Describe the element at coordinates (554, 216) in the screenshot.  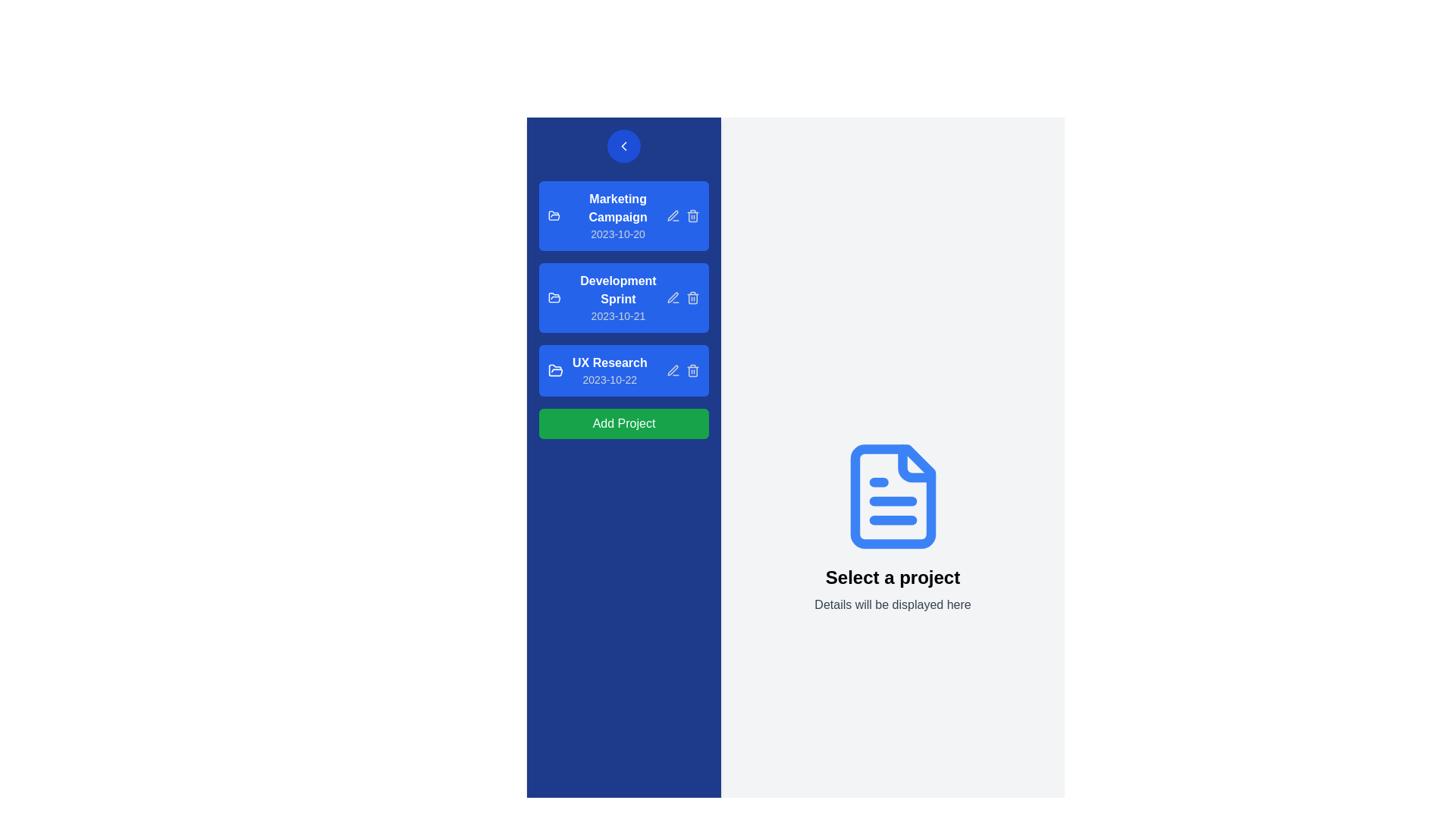
I see `the minimalist blue folder icon located to the left of the project title 'Marketing Campaign' in the left sidebar` at that location.